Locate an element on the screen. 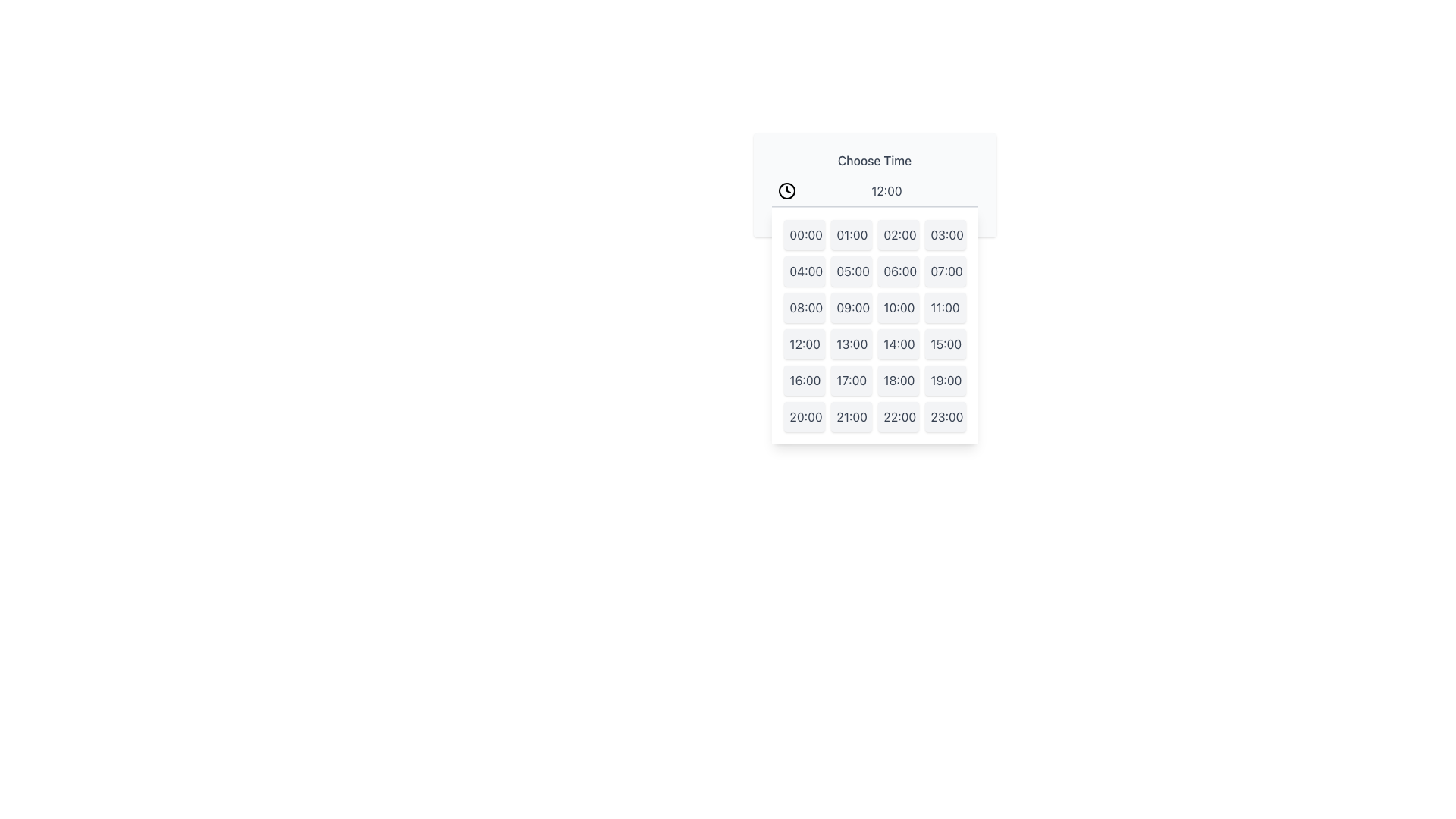  the '16:00' button in the dropdown menu is located at coordinates (803, 379).